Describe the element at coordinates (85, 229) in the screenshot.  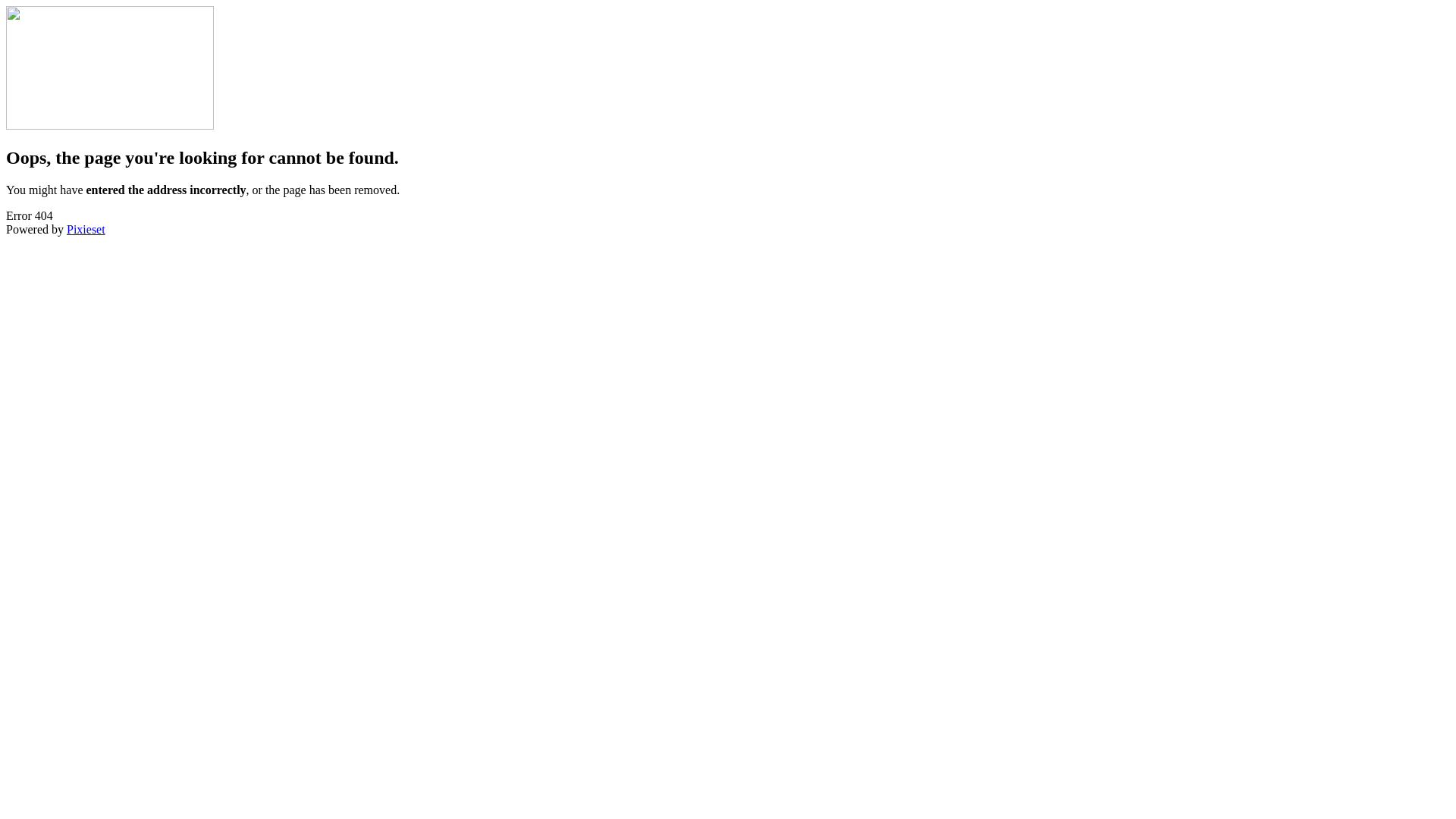
I see `'Pixieset'` at that location.